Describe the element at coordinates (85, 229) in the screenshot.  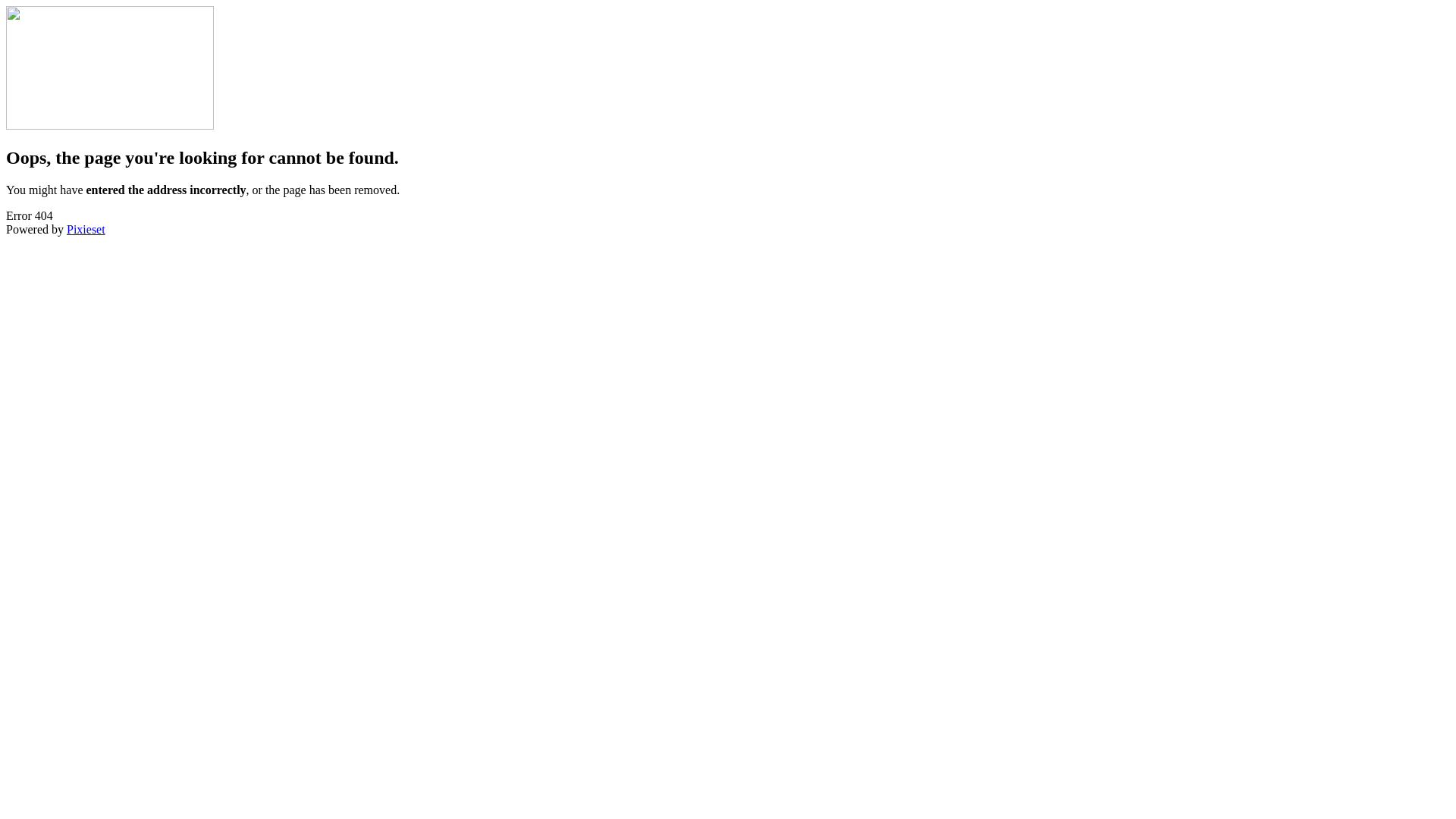
I see `'Pixieset'` at that location.